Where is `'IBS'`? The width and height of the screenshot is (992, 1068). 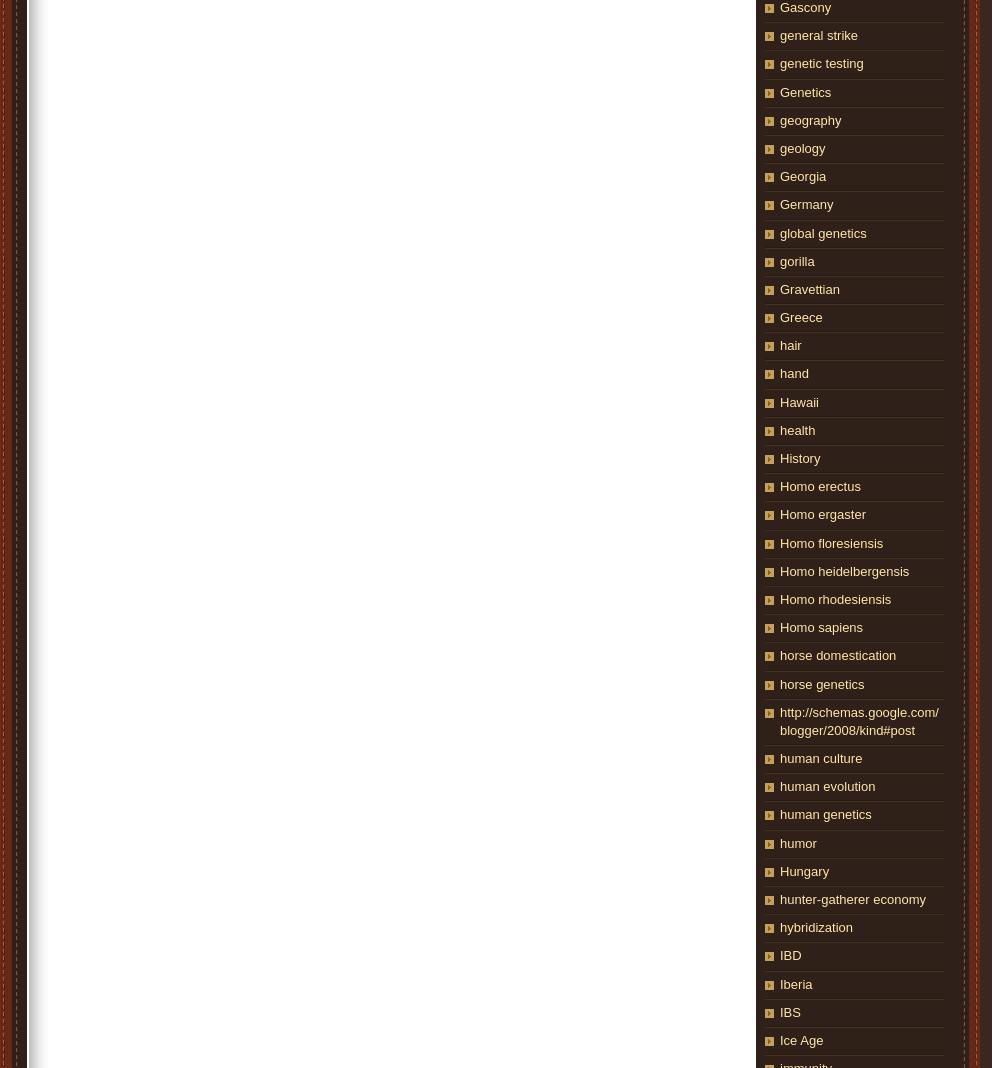 'IBS' is located at coordinates (790, 1011).